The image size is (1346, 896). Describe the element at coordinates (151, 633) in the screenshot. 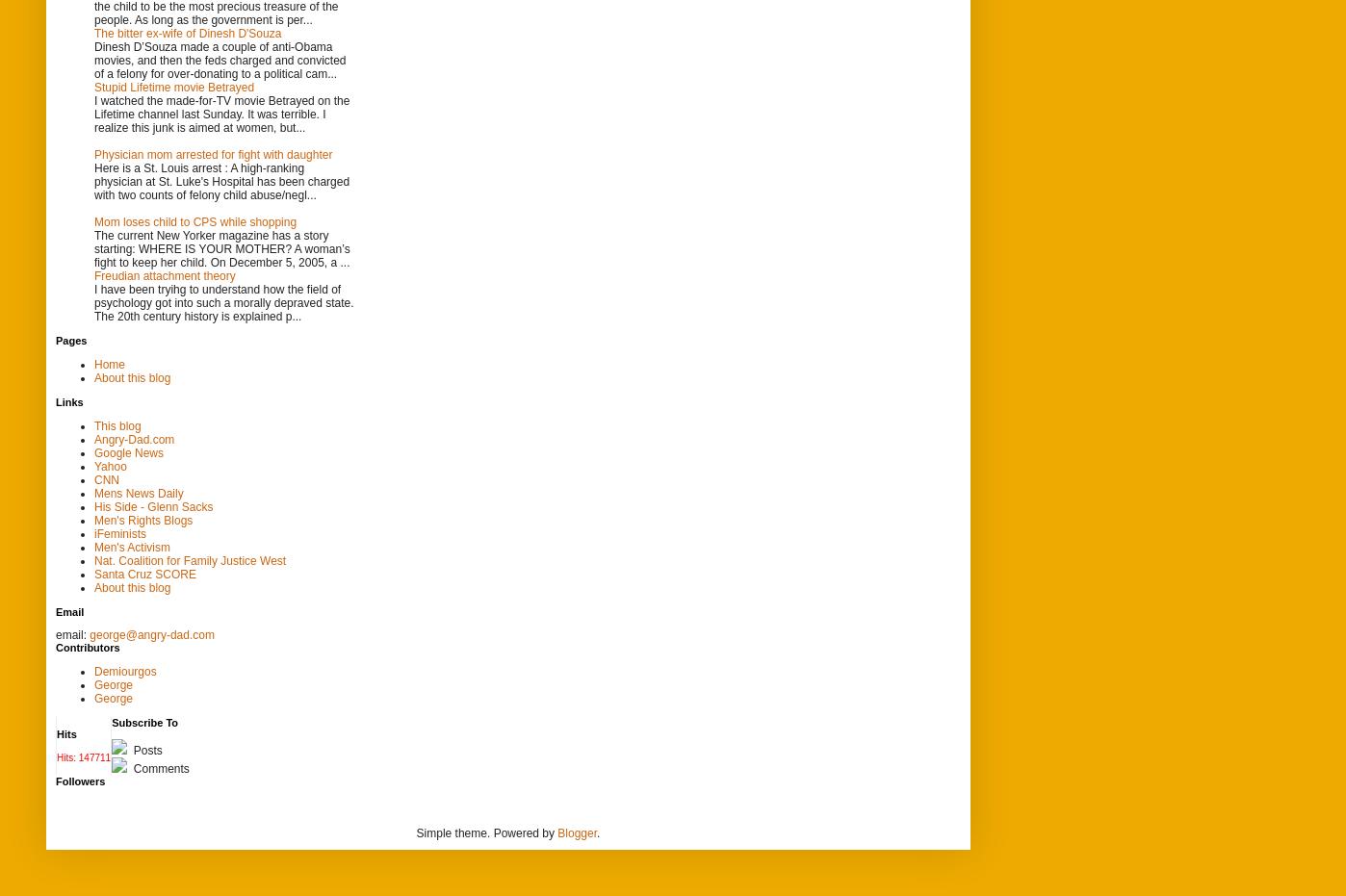

I see `'george@angry-dad.com'` at that location.